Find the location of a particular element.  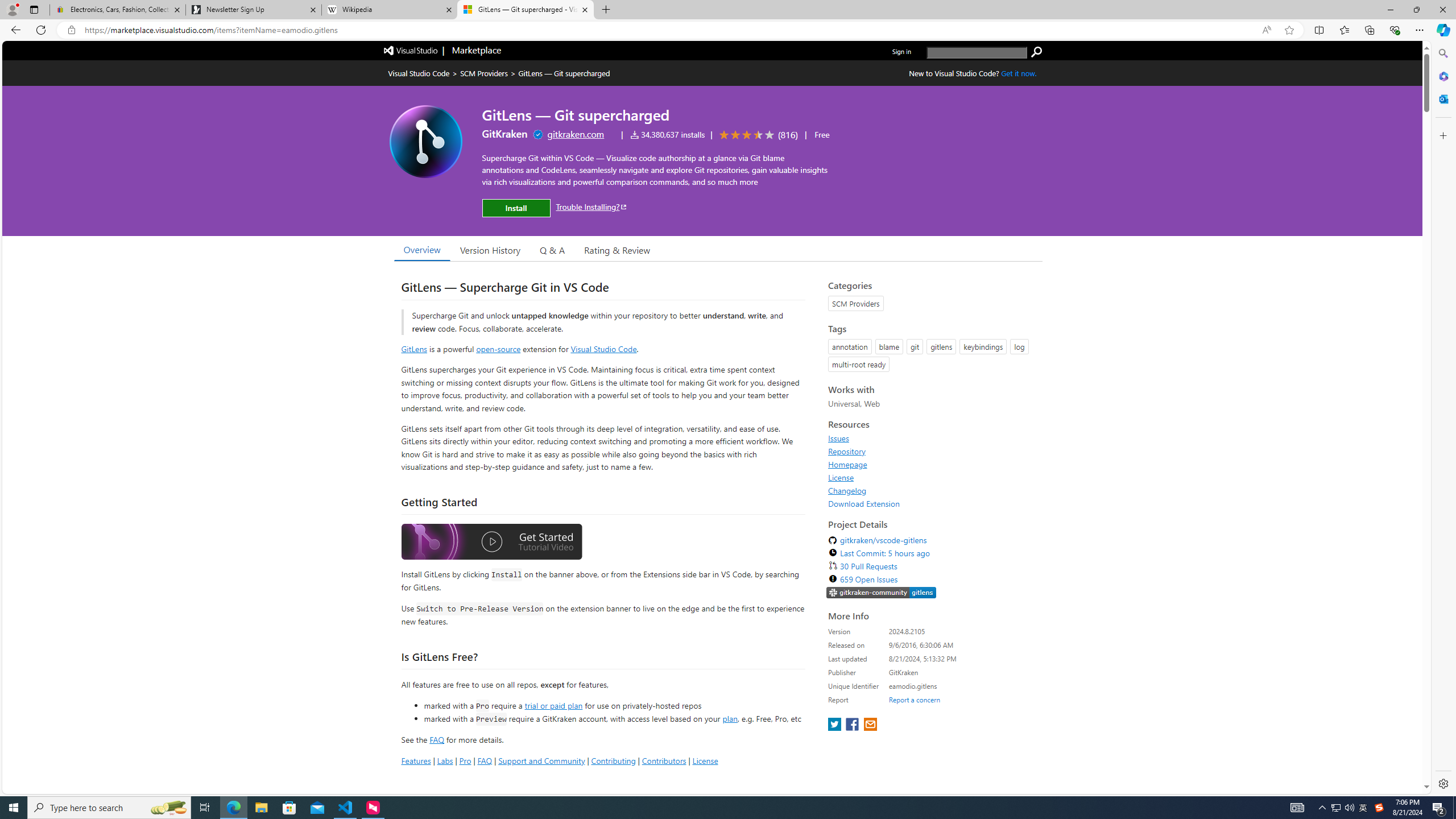

'Pro' is located at coordinates (464, 760).